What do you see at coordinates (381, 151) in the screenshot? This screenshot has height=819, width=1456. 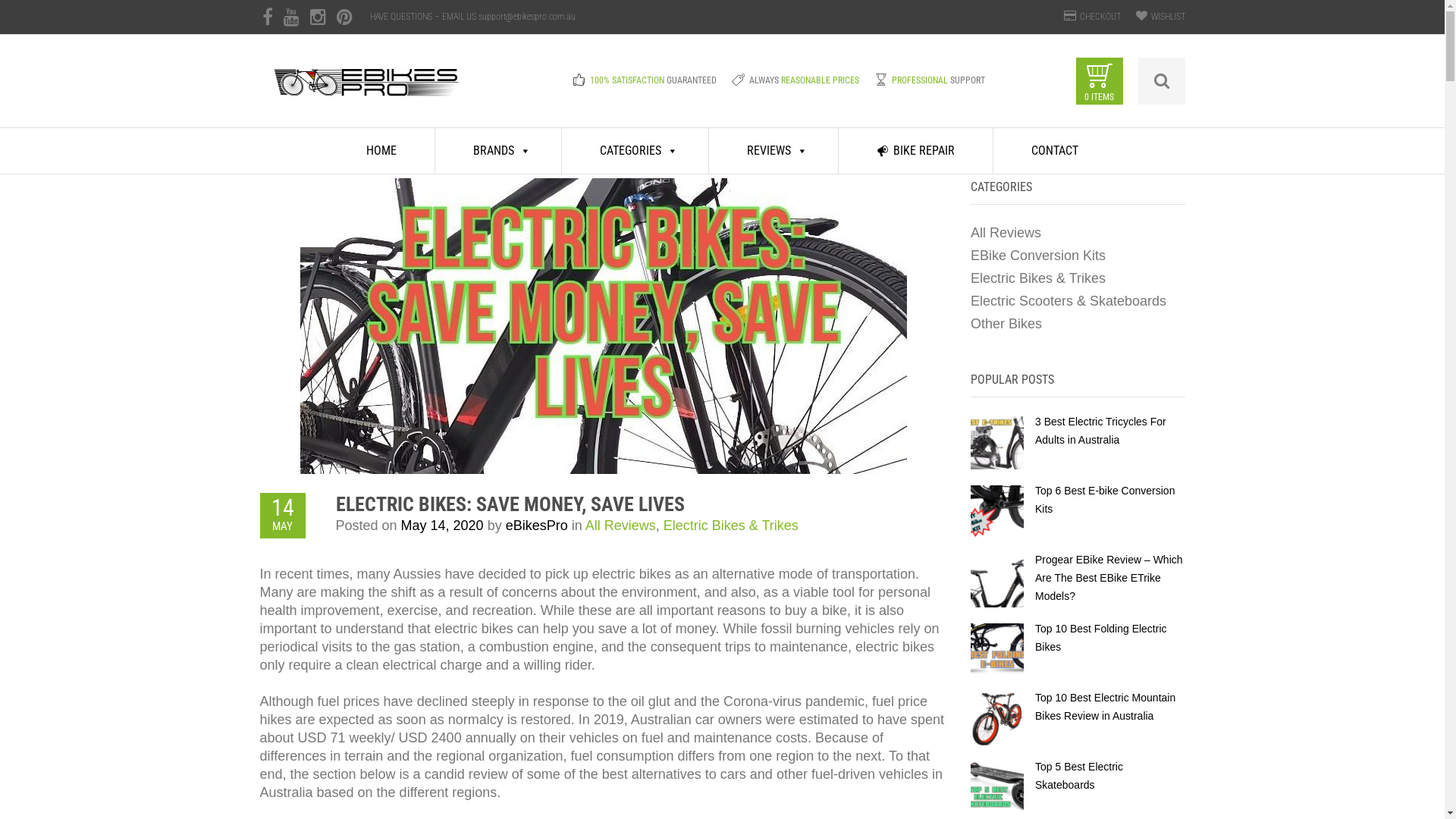 I see `'HOME'` at bounding box center [381, 151].